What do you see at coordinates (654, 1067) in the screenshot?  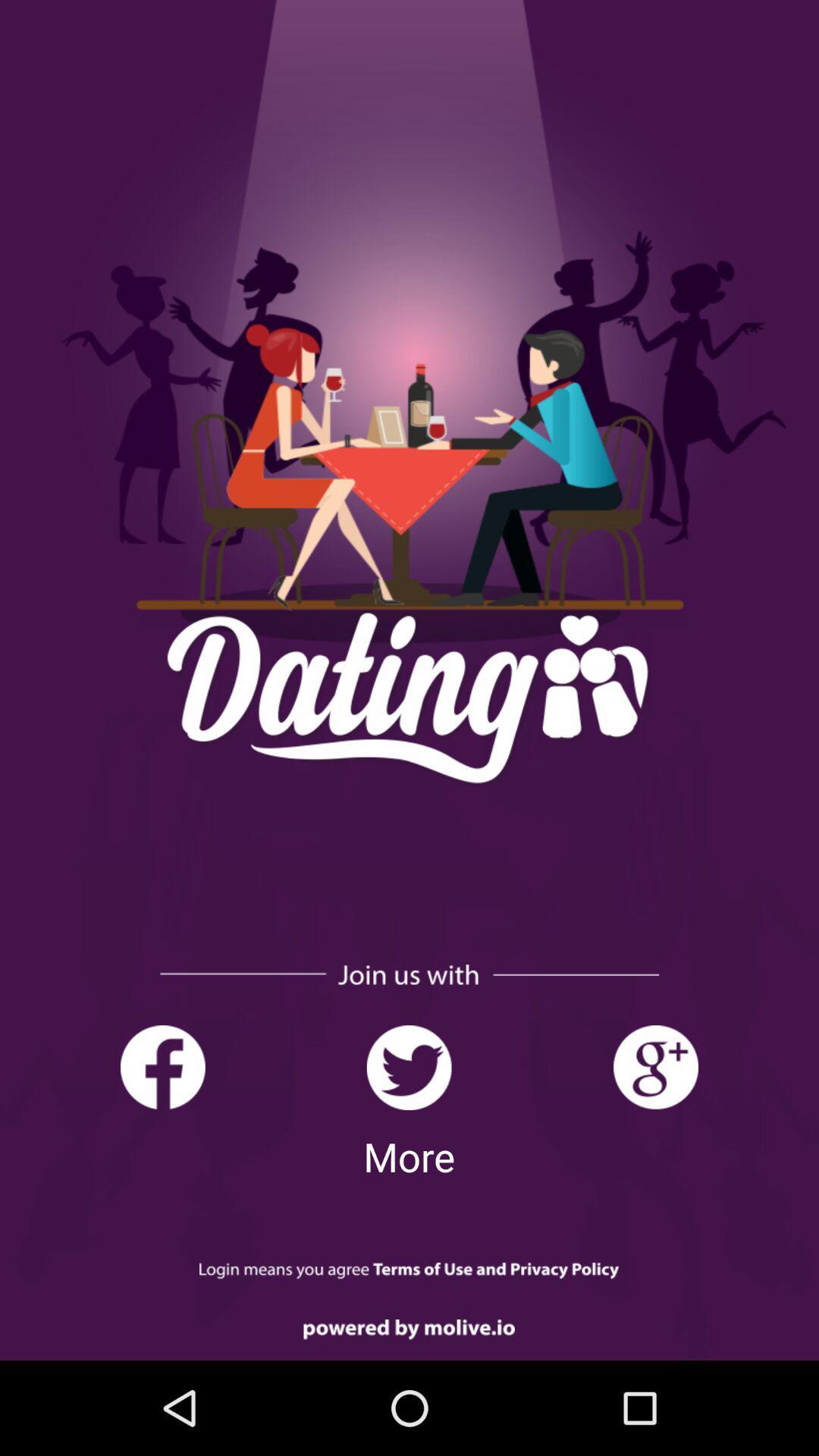 I see `authenticate using google` at bounding box center [654, 1067].